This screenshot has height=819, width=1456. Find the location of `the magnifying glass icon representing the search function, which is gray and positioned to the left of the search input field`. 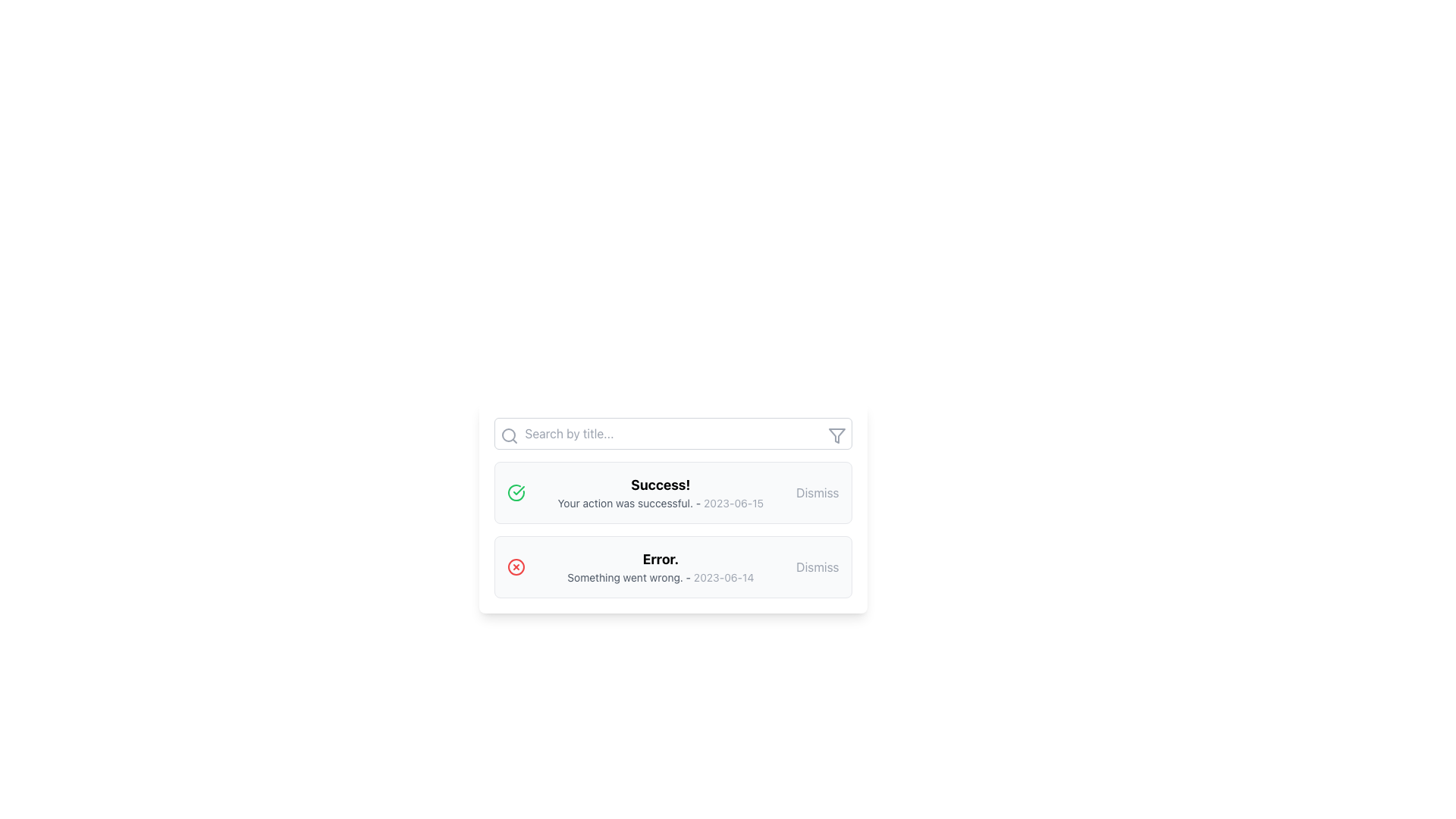

the magnifying glass icon representing the search function, which is gray and positioned to the left of the search input field is located at coordinates (509, 435).